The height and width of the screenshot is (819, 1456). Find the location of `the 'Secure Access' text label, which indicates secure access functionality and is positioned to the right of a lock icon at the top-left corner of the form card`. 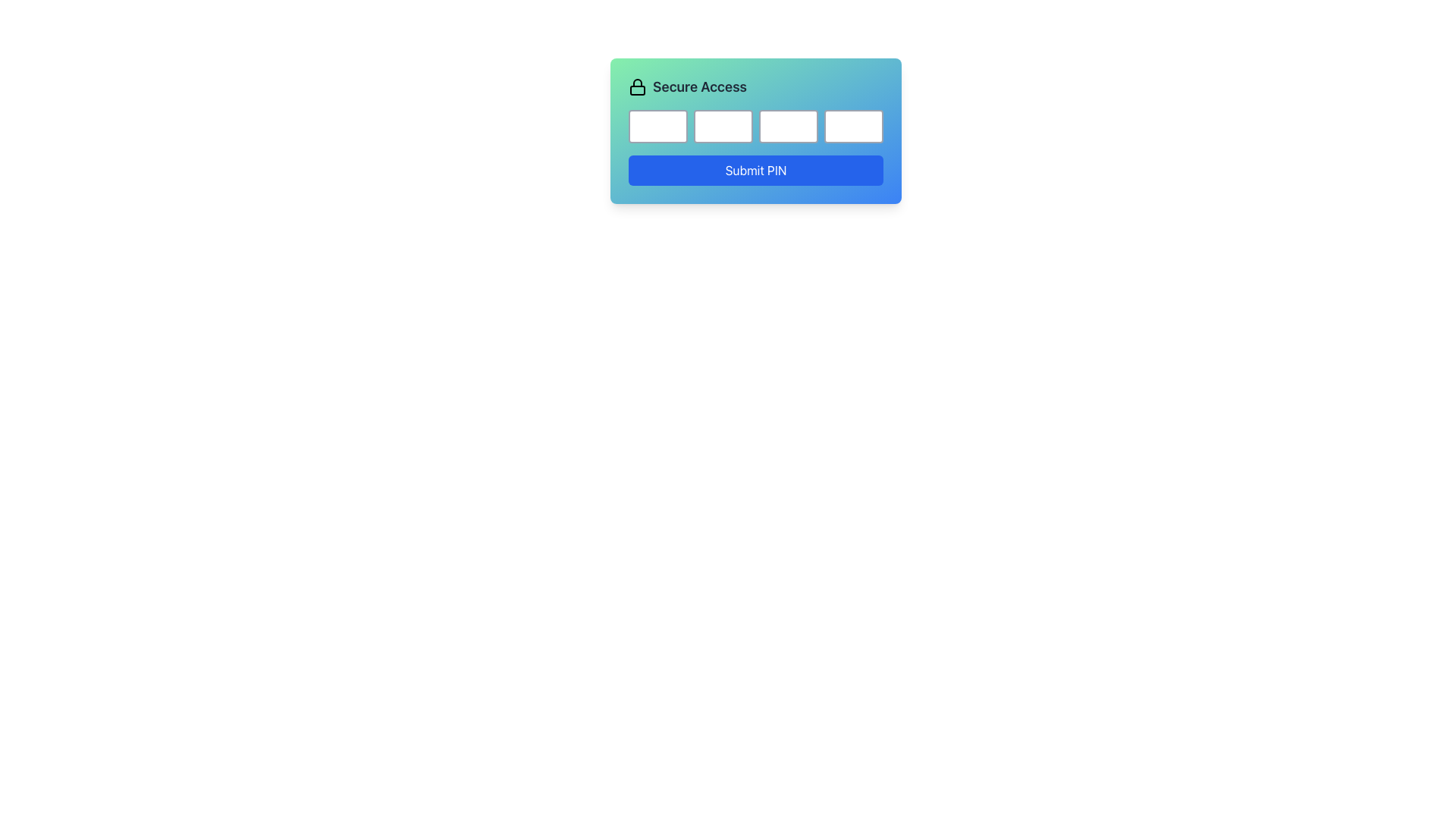

the 'Secure Access' text label, which indicates secure access functionality and is positioned to the right of a lock icon at the top-left corner of the form card is located at coordinates (698, 87).